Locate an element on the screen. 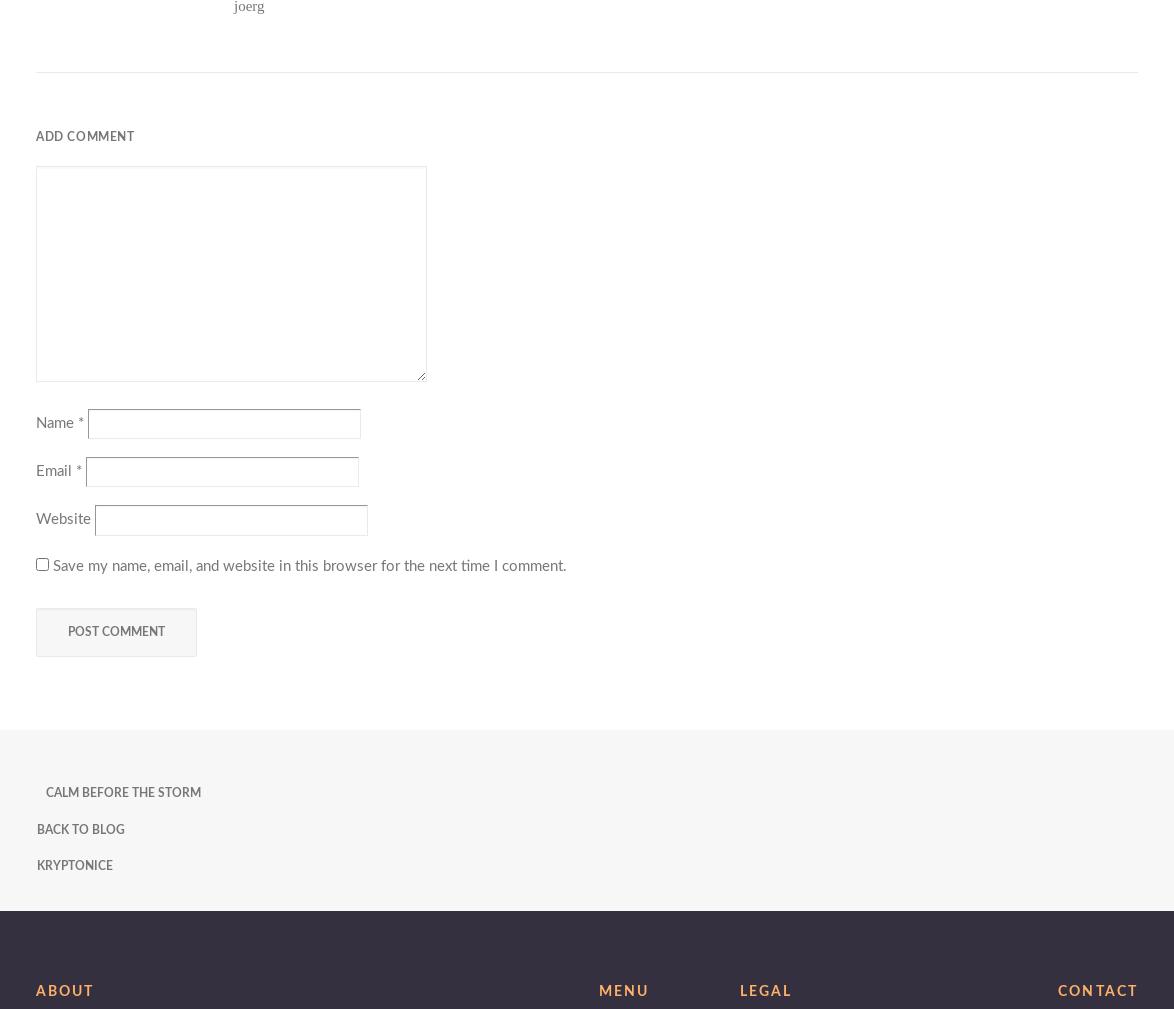 This screenshot has height=1009, width=1174. 'Website' is located at coordinates (63, 519).